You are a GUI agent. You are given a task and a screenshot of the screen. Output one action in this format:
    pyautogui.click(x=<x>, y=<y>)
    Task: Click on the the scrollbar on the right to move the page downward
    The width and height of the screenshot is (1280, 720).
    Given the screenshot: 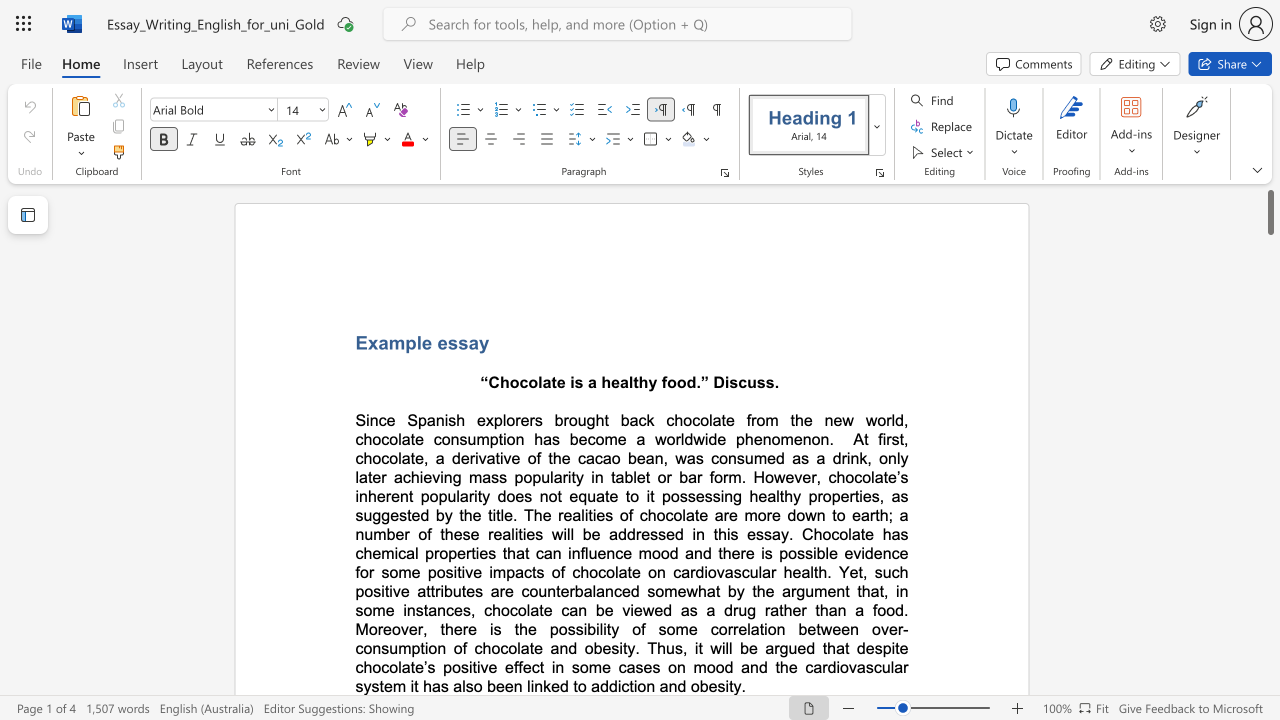 What is the action you would take?
    pyautogui.click(x=1269, y=390)
    